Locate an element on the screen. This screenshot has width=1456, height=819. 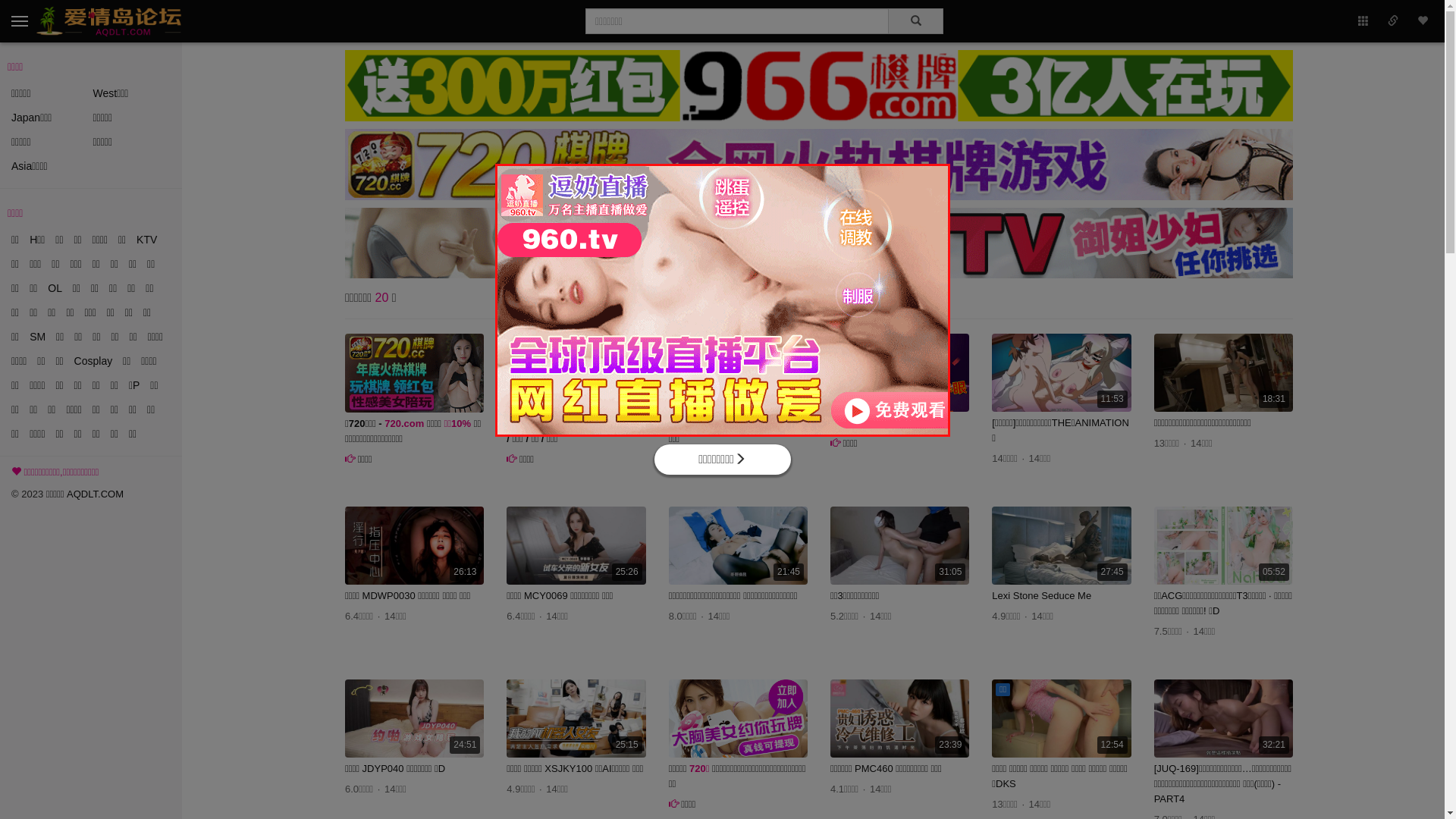
'SM' is located at coordinates (37, 335).